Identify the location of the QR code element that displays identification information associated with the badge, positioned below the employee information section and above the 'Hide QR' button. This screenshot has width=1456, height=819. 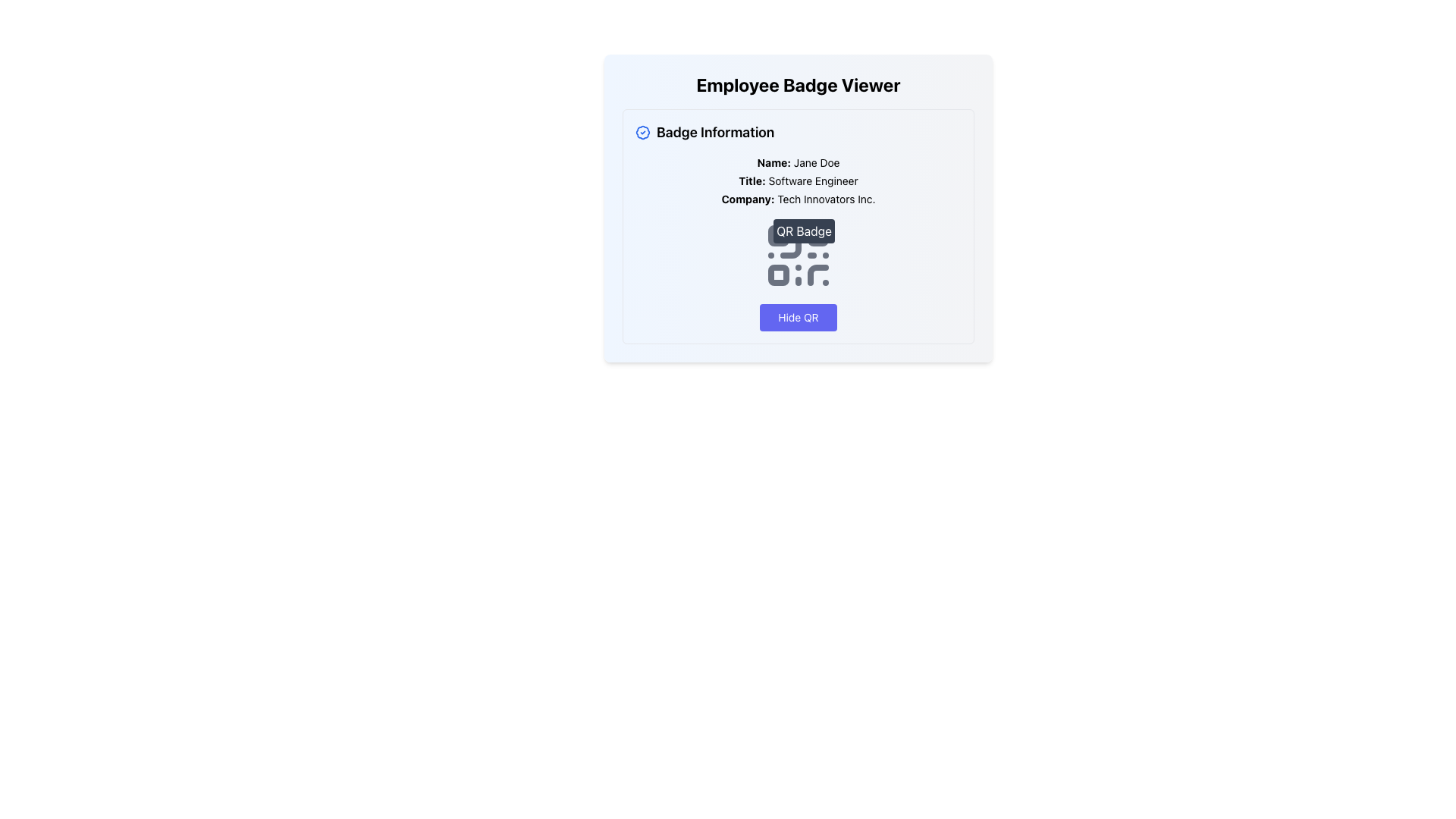
(797, 254).